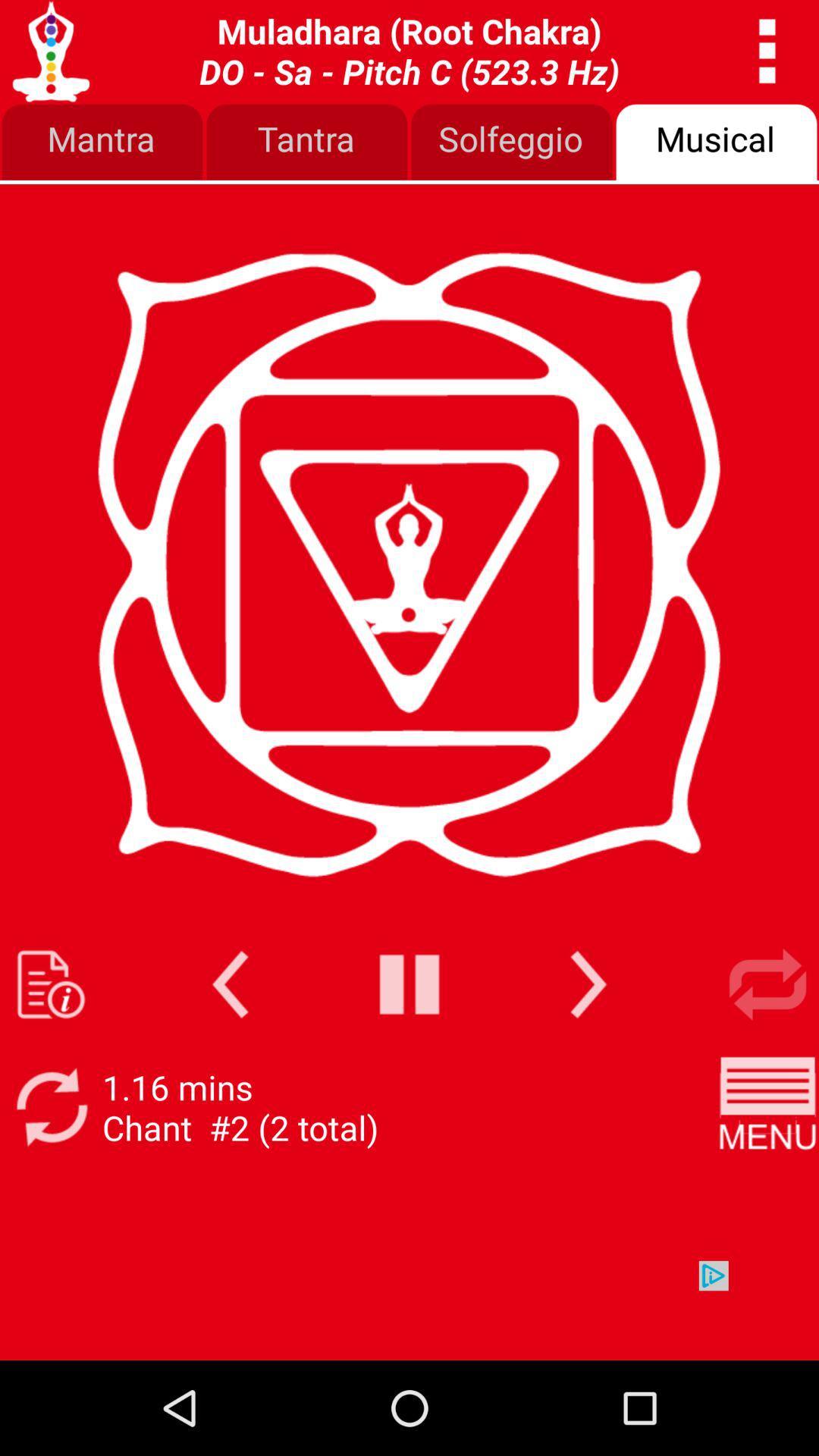 The width and height of the screenshot is (819, 1456). What do you see at coordinates (767, 984) in the screenshot?
I see `repeat playlist` at bounding box center [767, 984].